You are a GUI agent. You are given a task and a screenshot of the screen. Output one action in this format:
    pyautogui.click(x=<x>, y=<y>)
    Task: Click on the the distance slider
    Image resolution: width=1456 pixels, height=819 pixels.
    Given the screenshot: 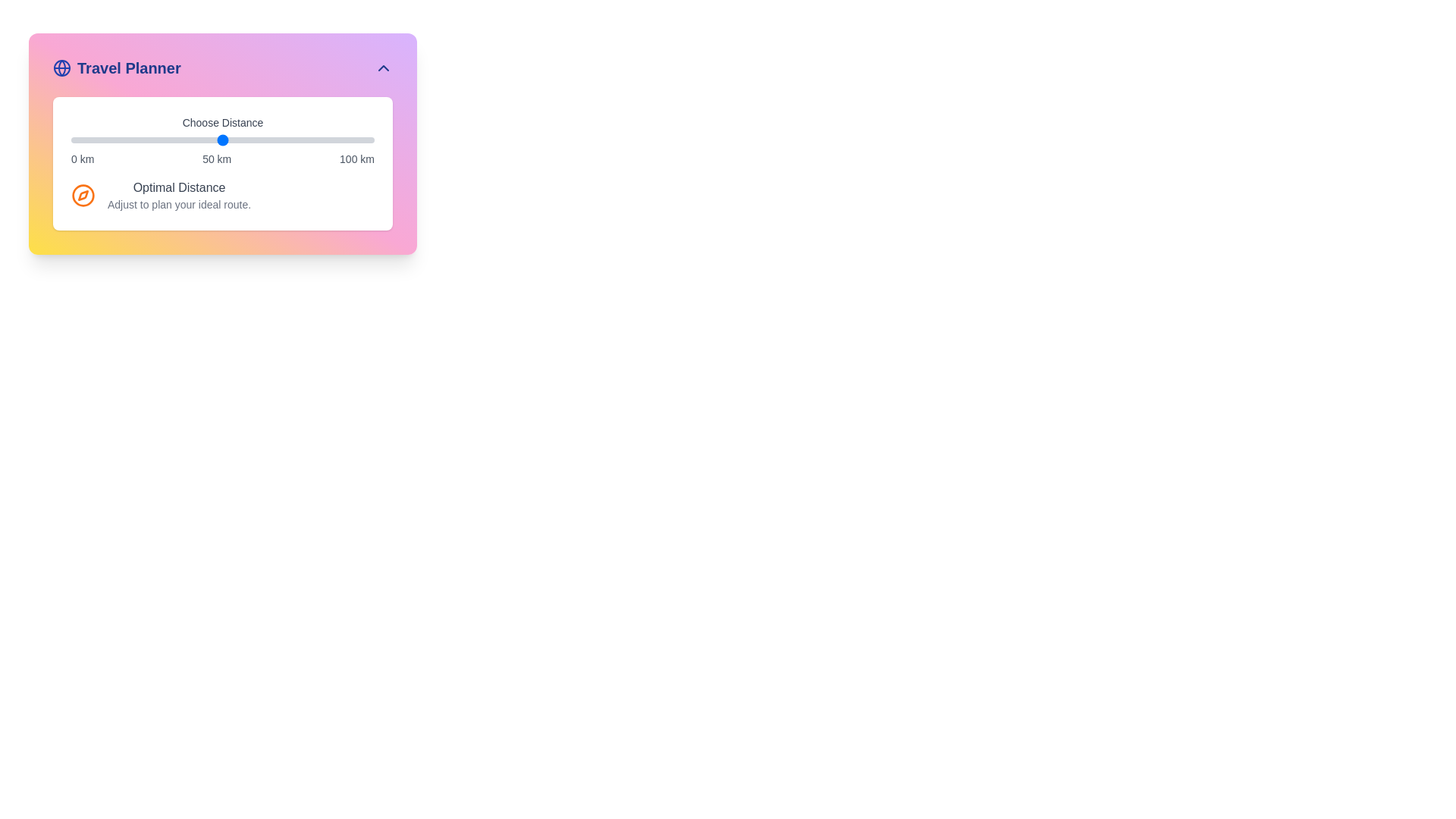 What is the action you would take?
    pyautogui.click(x=328, y=140)
    